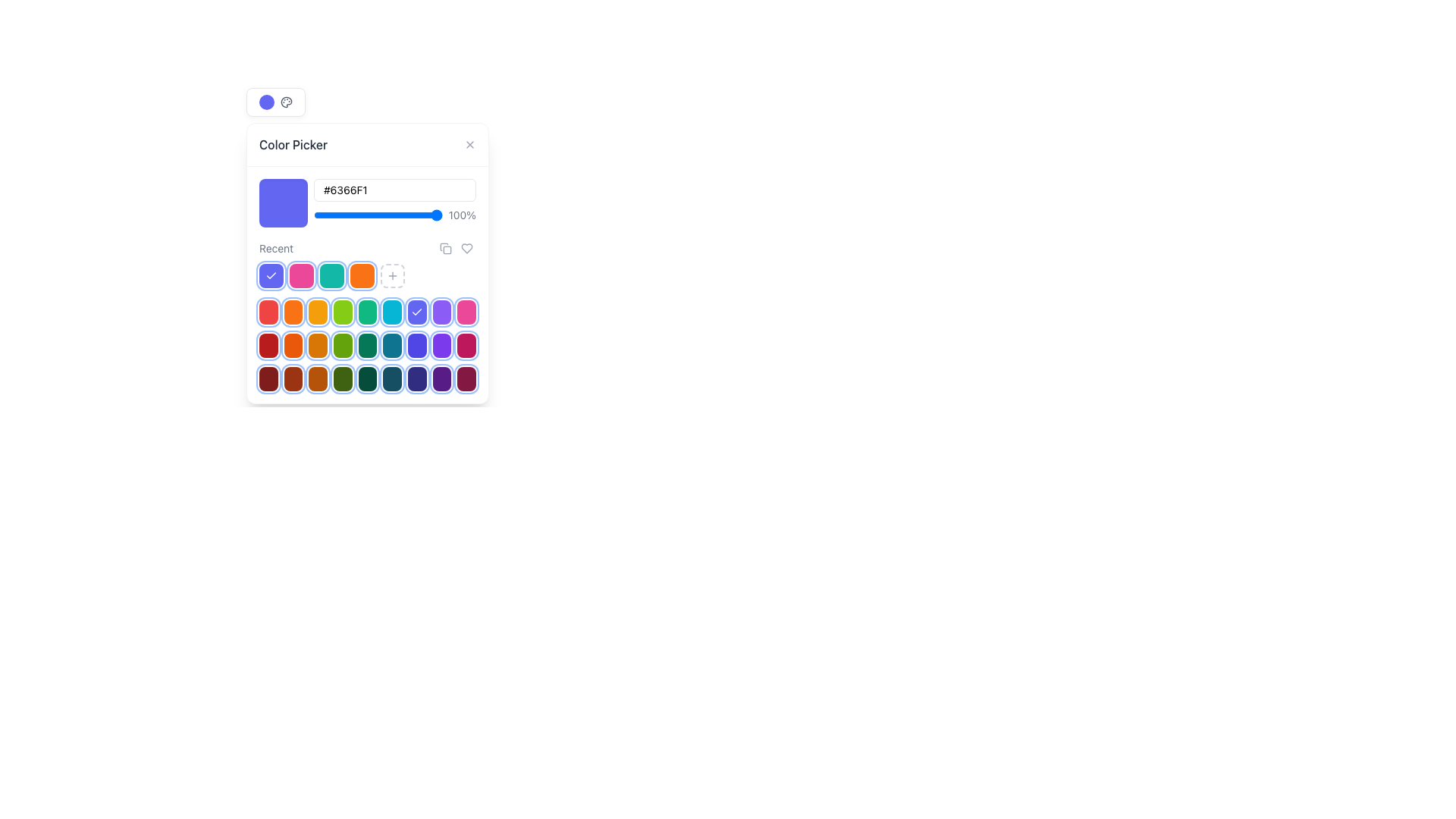 Image resolution: width=1456 pixels, height=819 pixels. I want to click on the slider, so click(323, 215).